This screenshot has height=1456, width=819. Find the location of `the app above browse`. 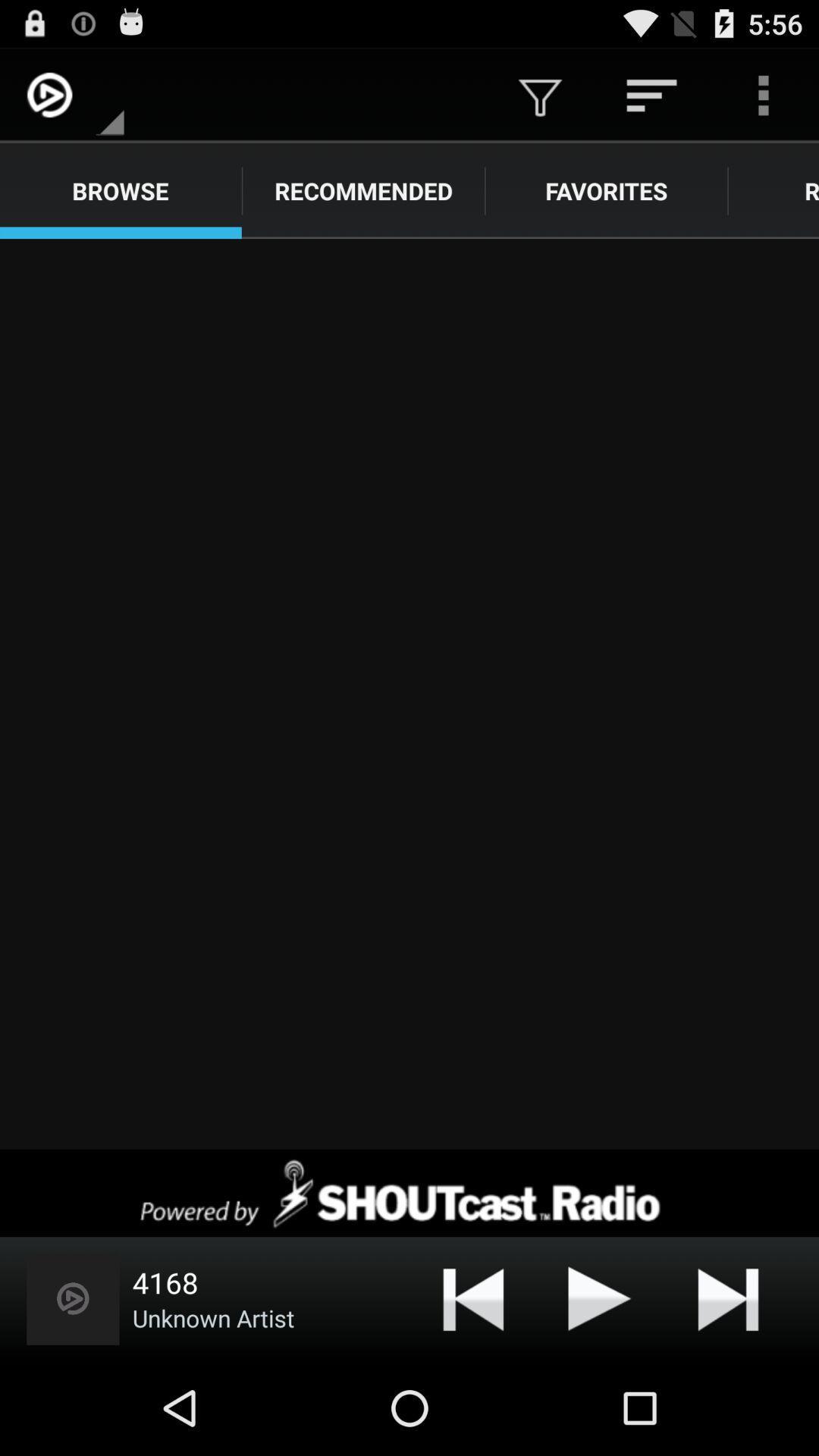

the app above browse is located at coordinates (109, 94).